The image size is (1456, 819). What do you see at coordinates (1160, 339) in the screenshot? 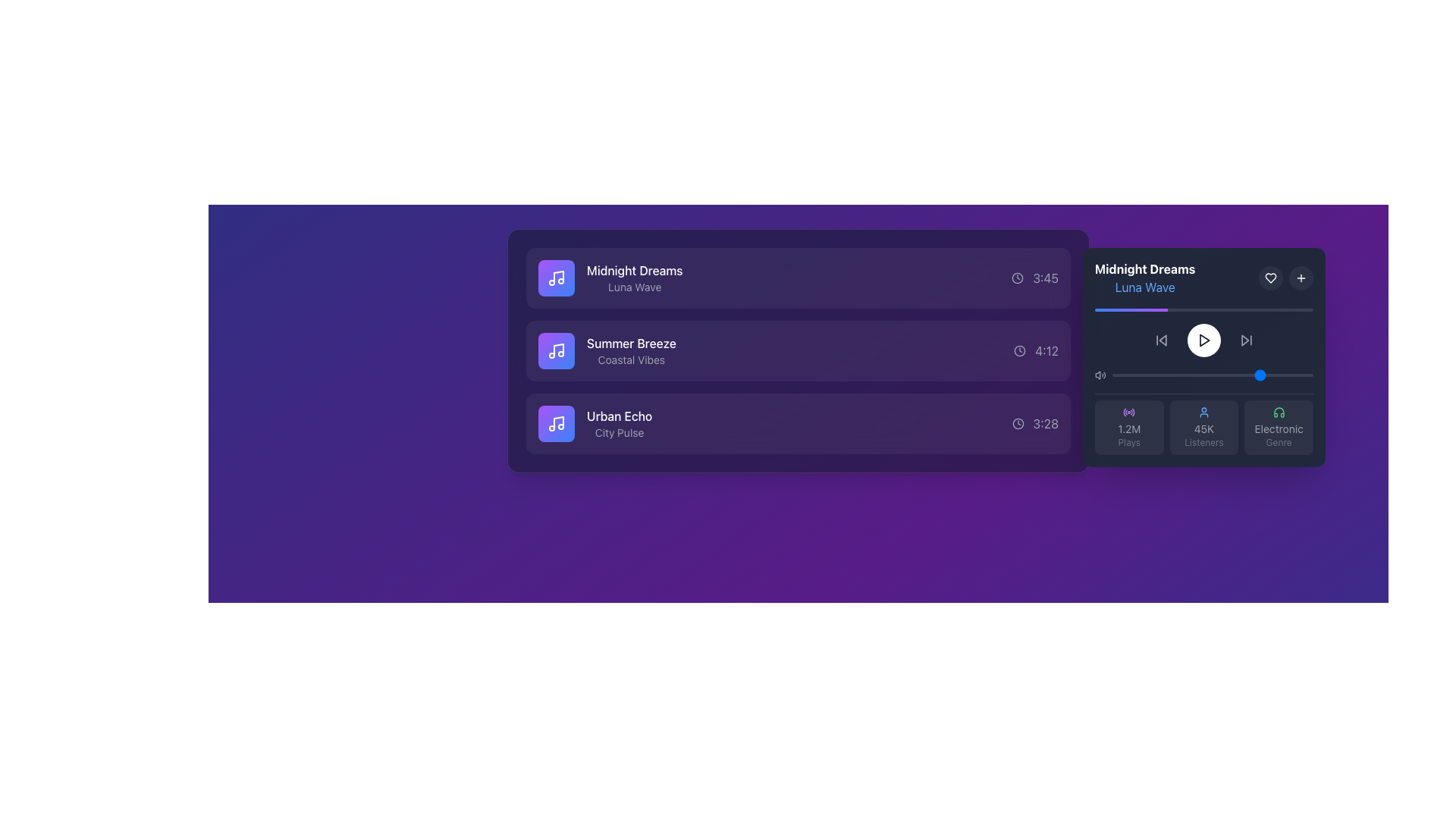
I see `the skip-backward button, which is the leftmost circular media control icon in the media control section on the right-hand side of the interface, to move to the previous track` at bounding box center [1160, 339].